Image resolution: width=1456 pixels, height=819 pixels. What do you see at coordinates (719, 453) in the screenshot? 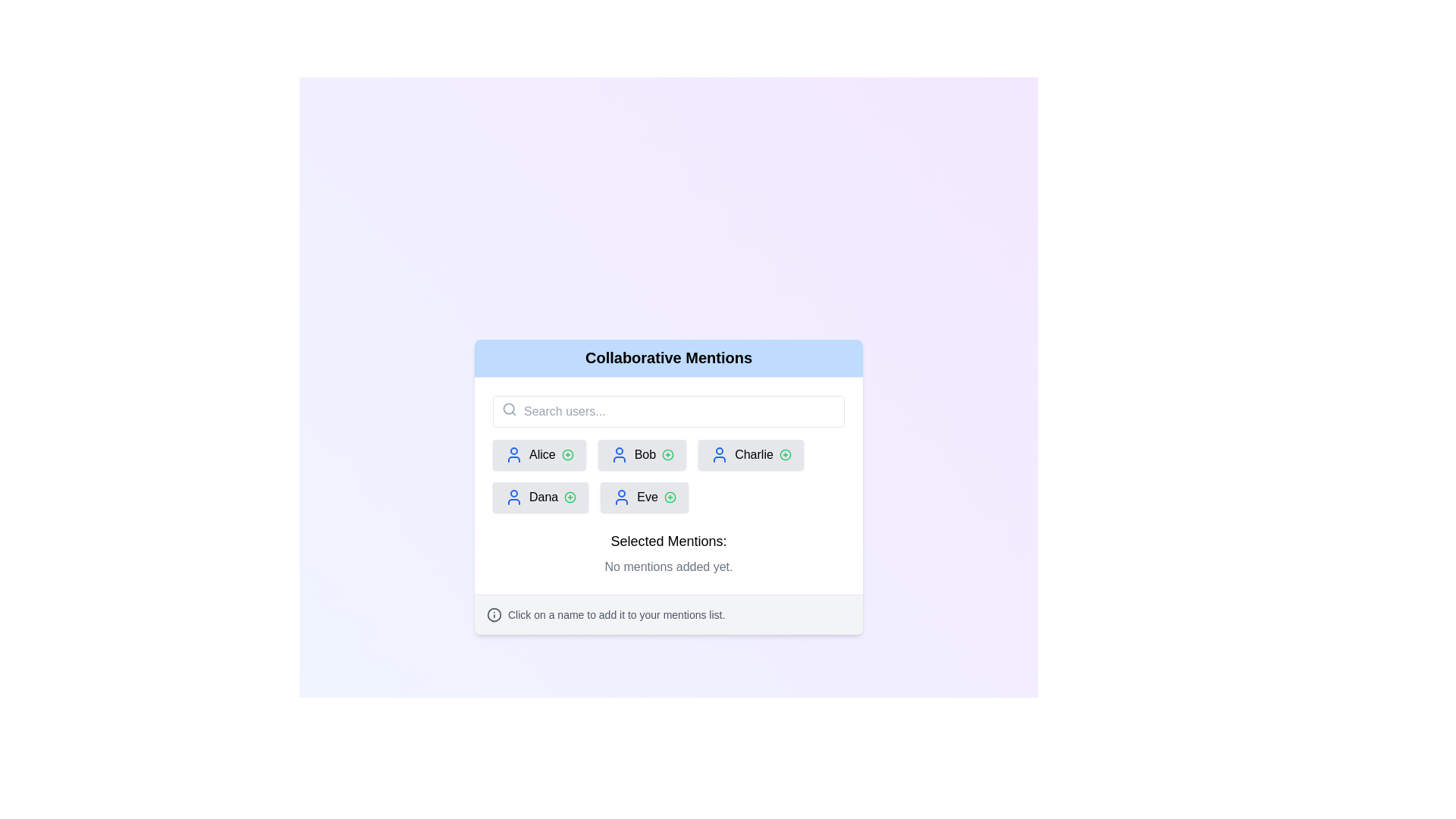
I see `the 'Charlie' user icon located to the left of the username 'Charlie' in the user card` at bounding box center [719, 453].